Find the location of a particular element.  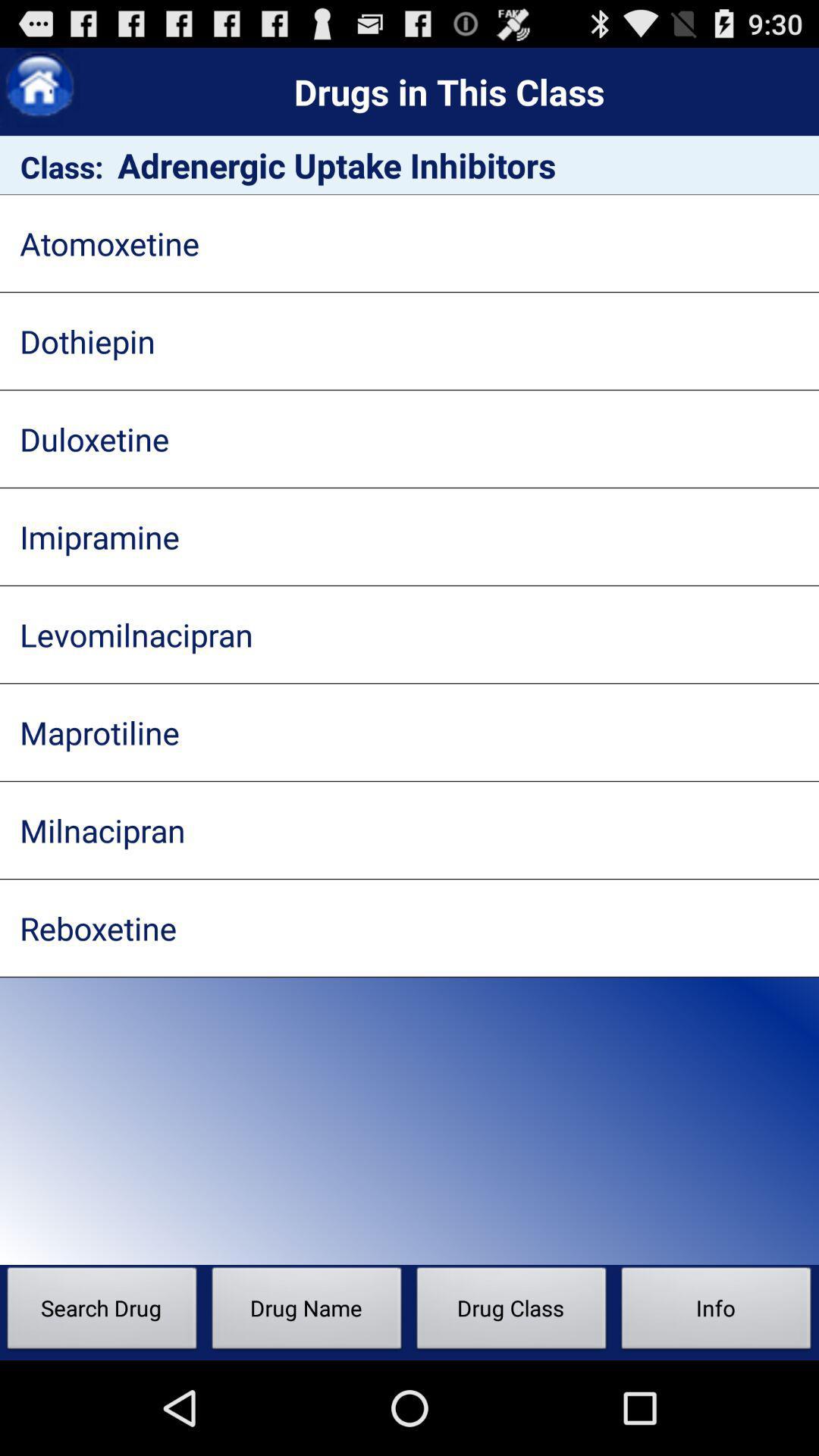

the home icon is located at coordinates (39, 93).